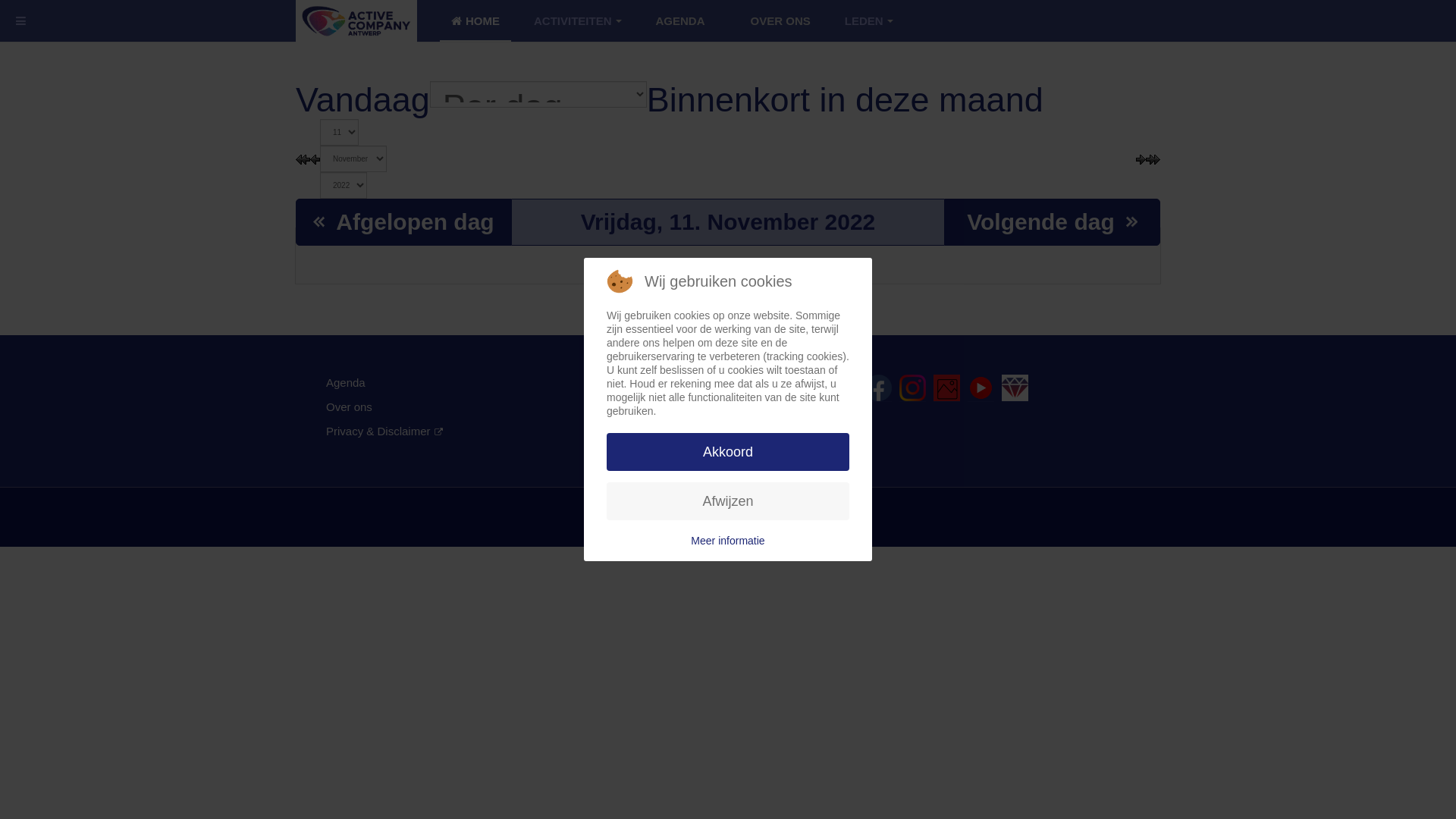 This screenshot has width=1456, height=819. Describe the element at coordinates (844, 99) in the screenshot. I see `'Binnenkort in deze maand'` at that location.